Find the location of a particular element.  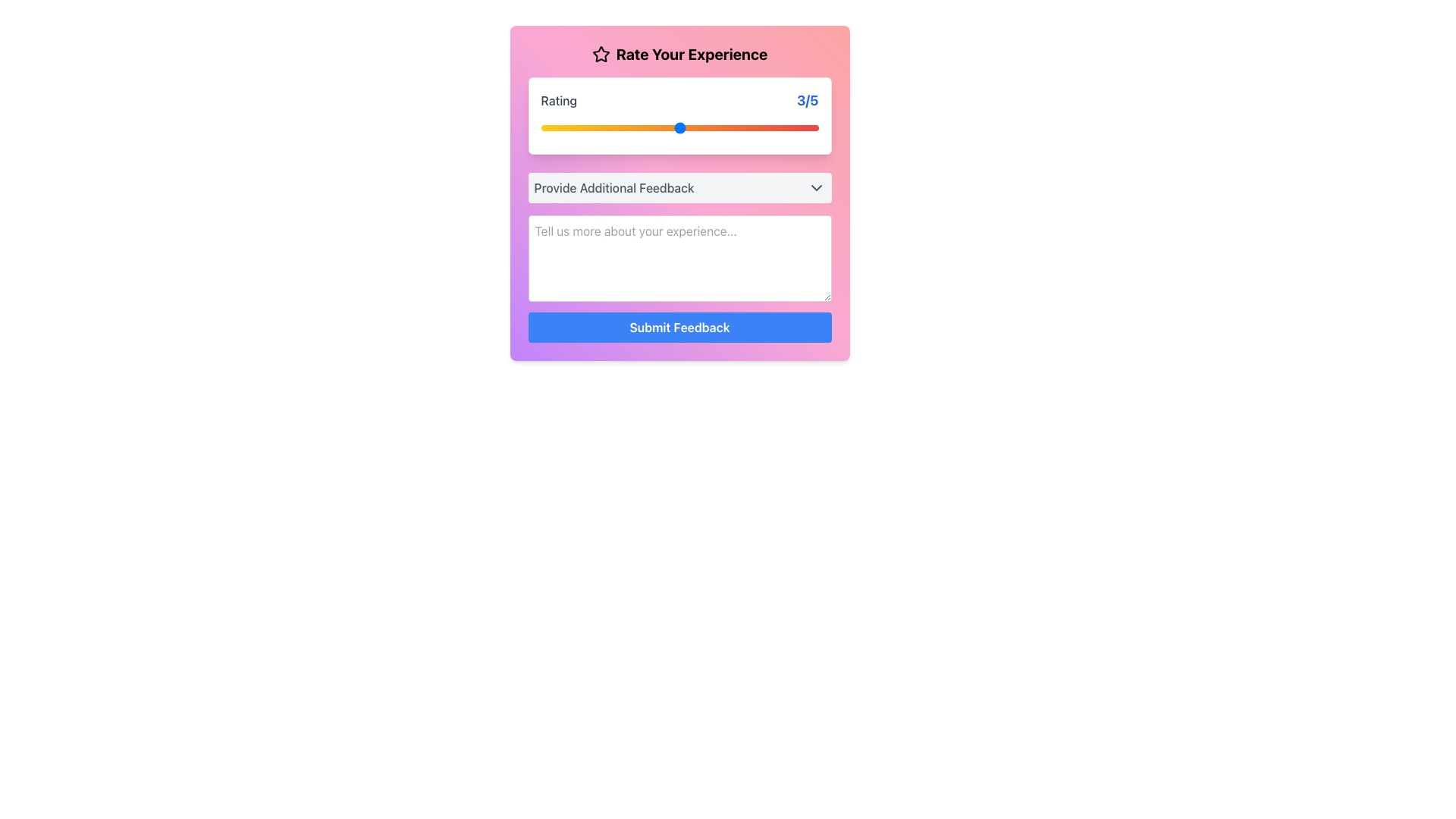

the rating is located at coordinates (749, 127).